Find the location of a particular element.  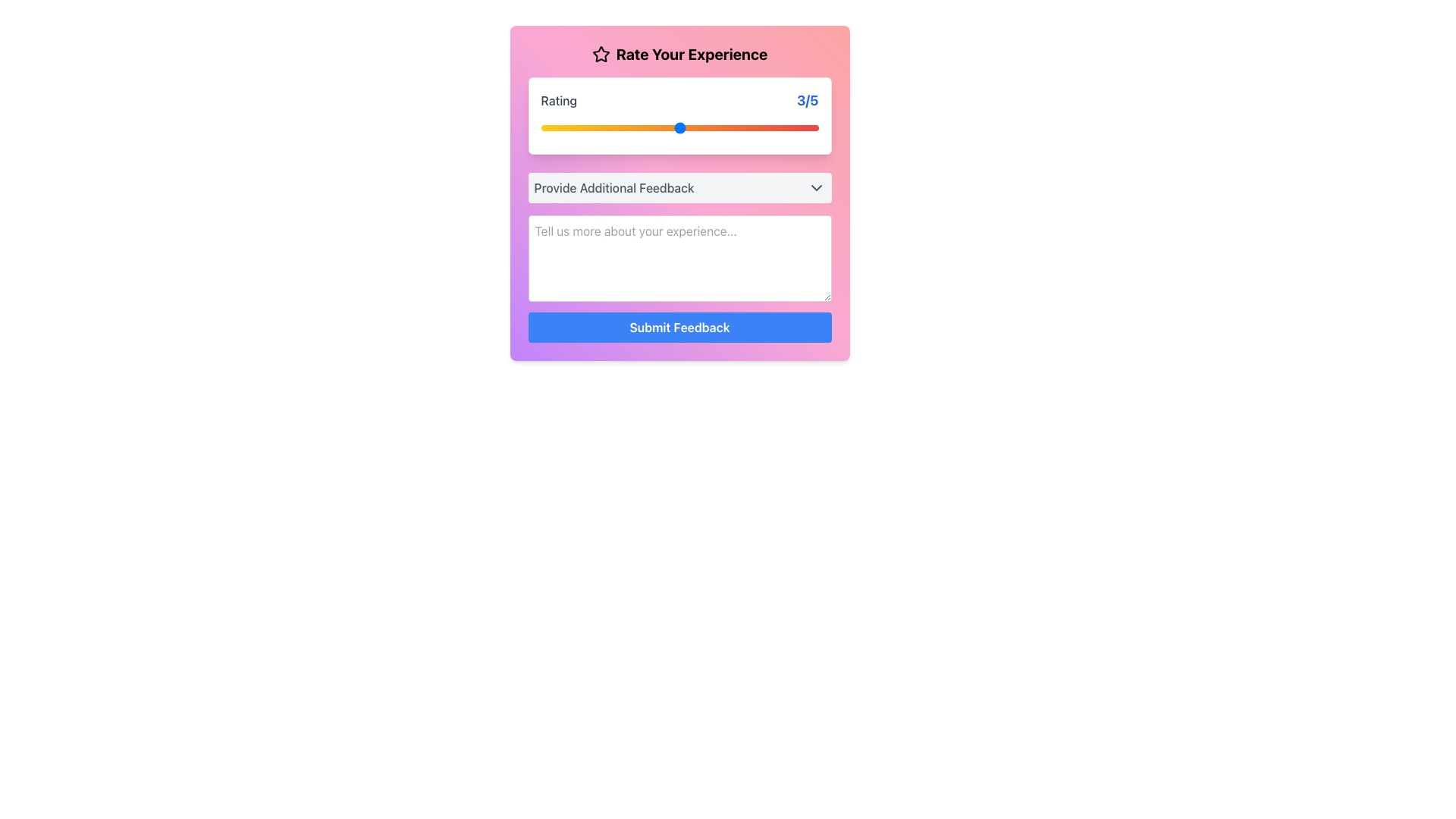

the rating is located at coordinates (749, 127).